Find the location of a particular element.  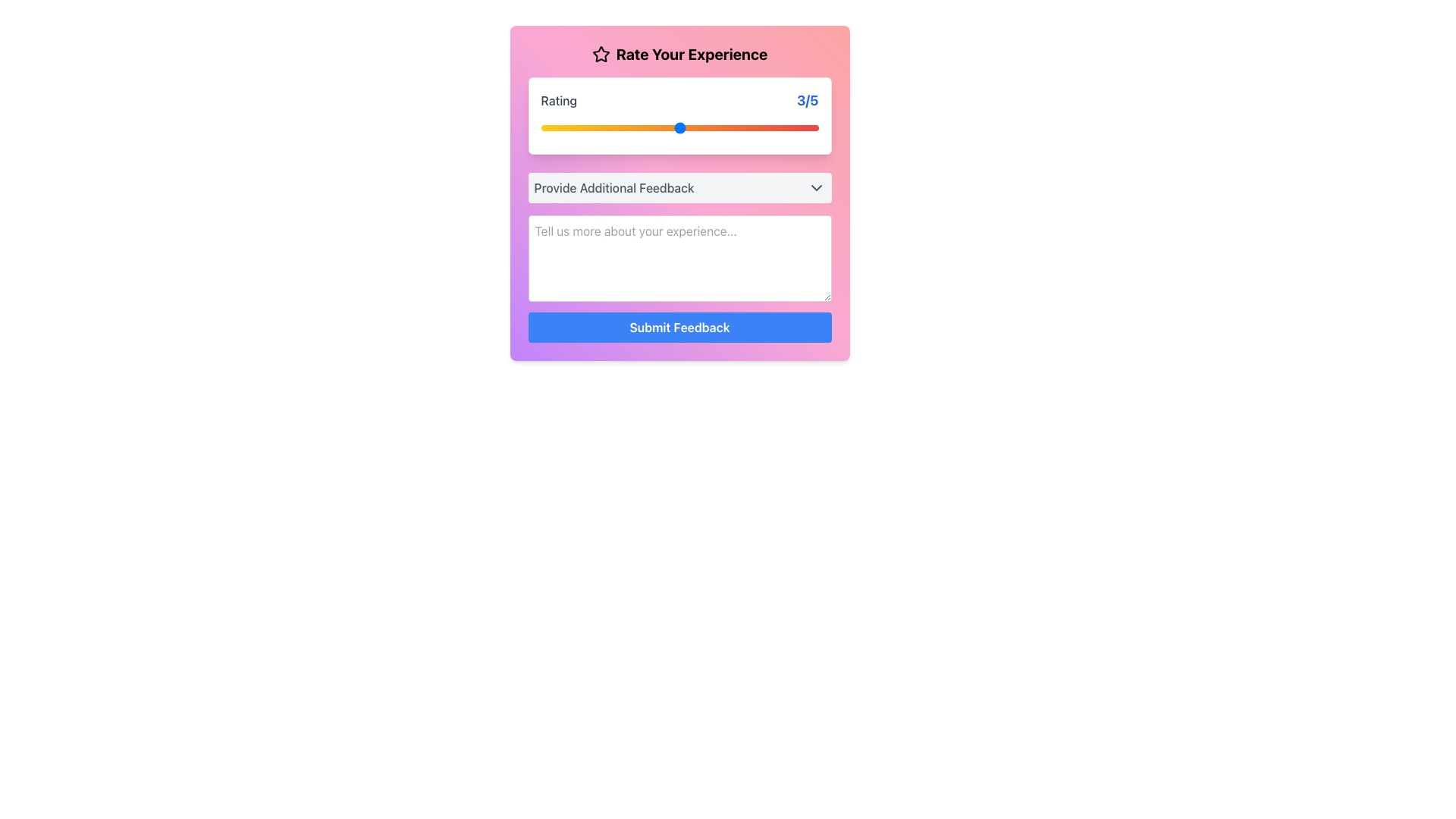

the rating is located at coordinates (749, 127).